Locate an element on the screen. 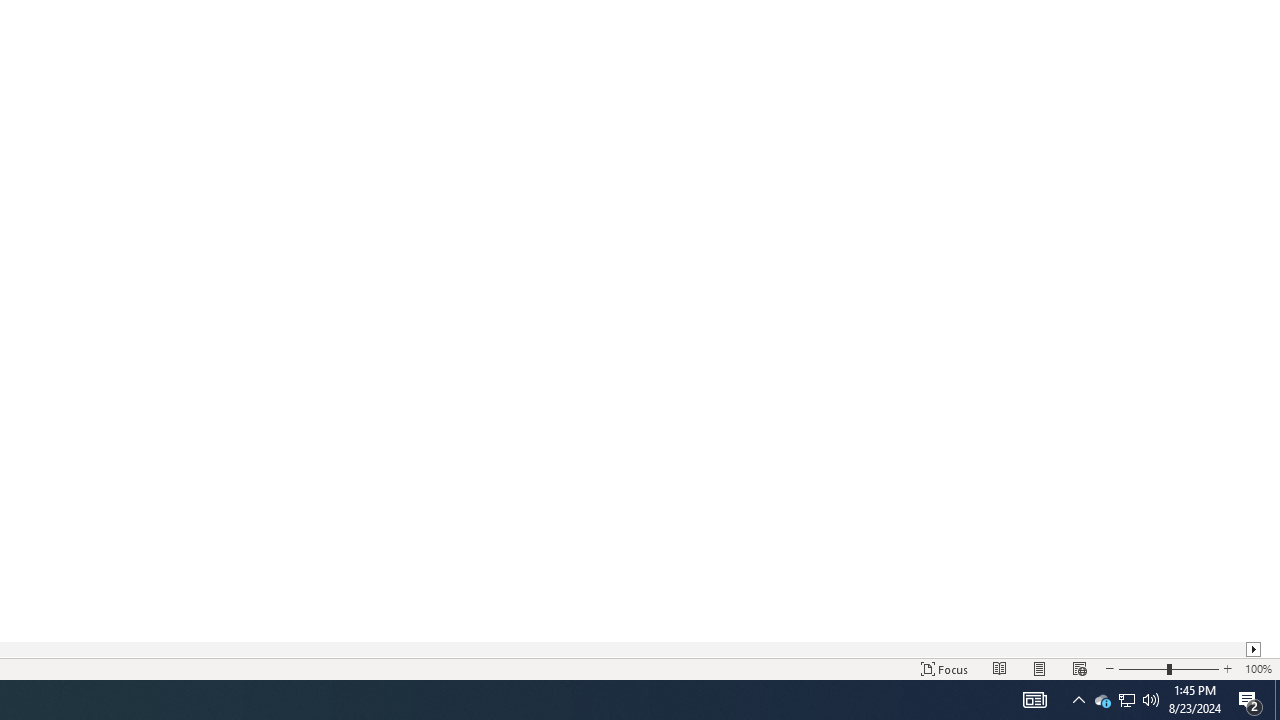 The image size is (1280, 720). 'Zoom Out' is located at coordinates (1143, 669).